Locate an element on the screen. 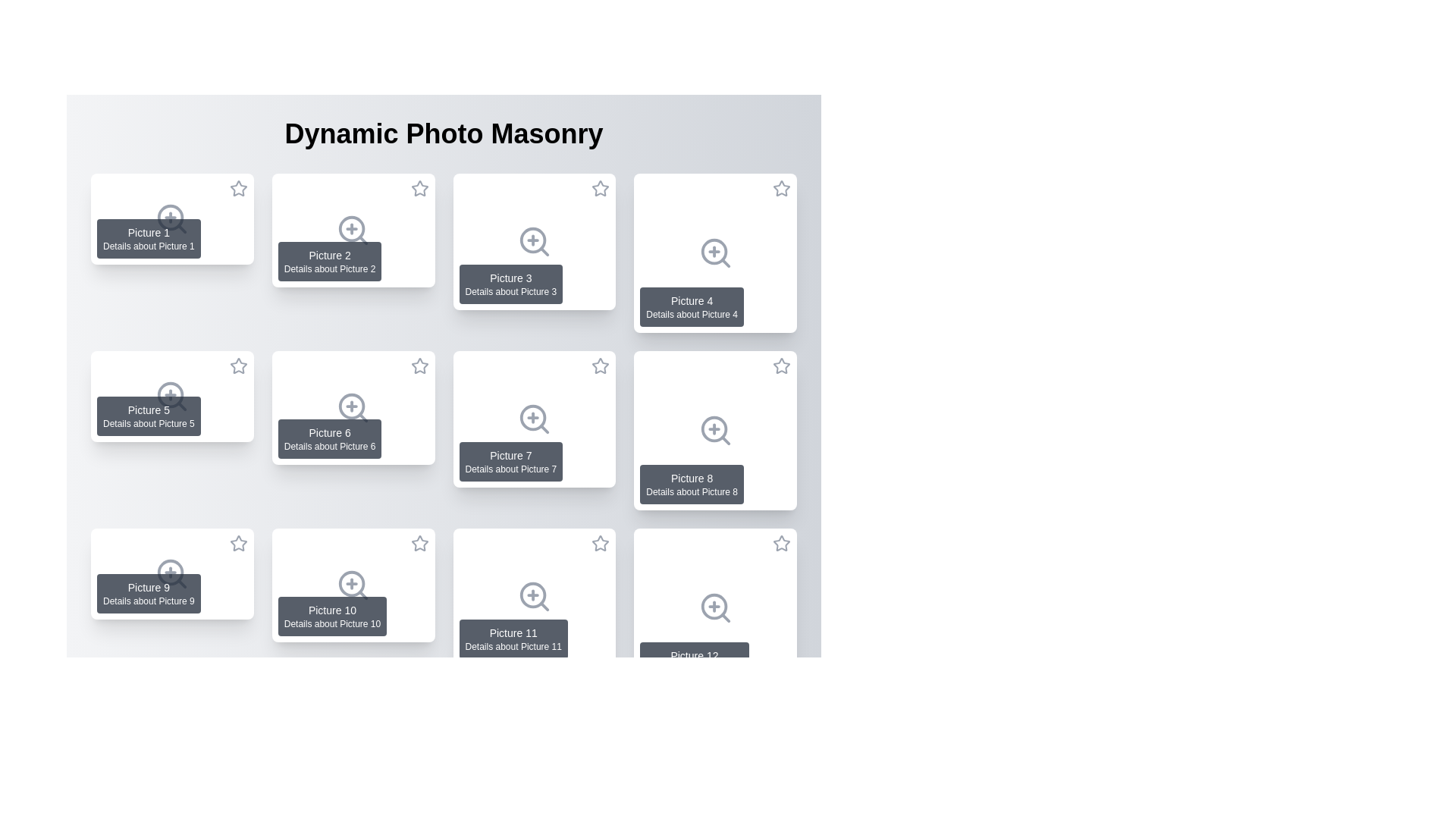 The width and height of the screenshot is (1456, 819). the circular part of the magnifying glass graphic located in the top-right quadrant of the 'Picture 4' photo card is located at coordinates (713, 251).